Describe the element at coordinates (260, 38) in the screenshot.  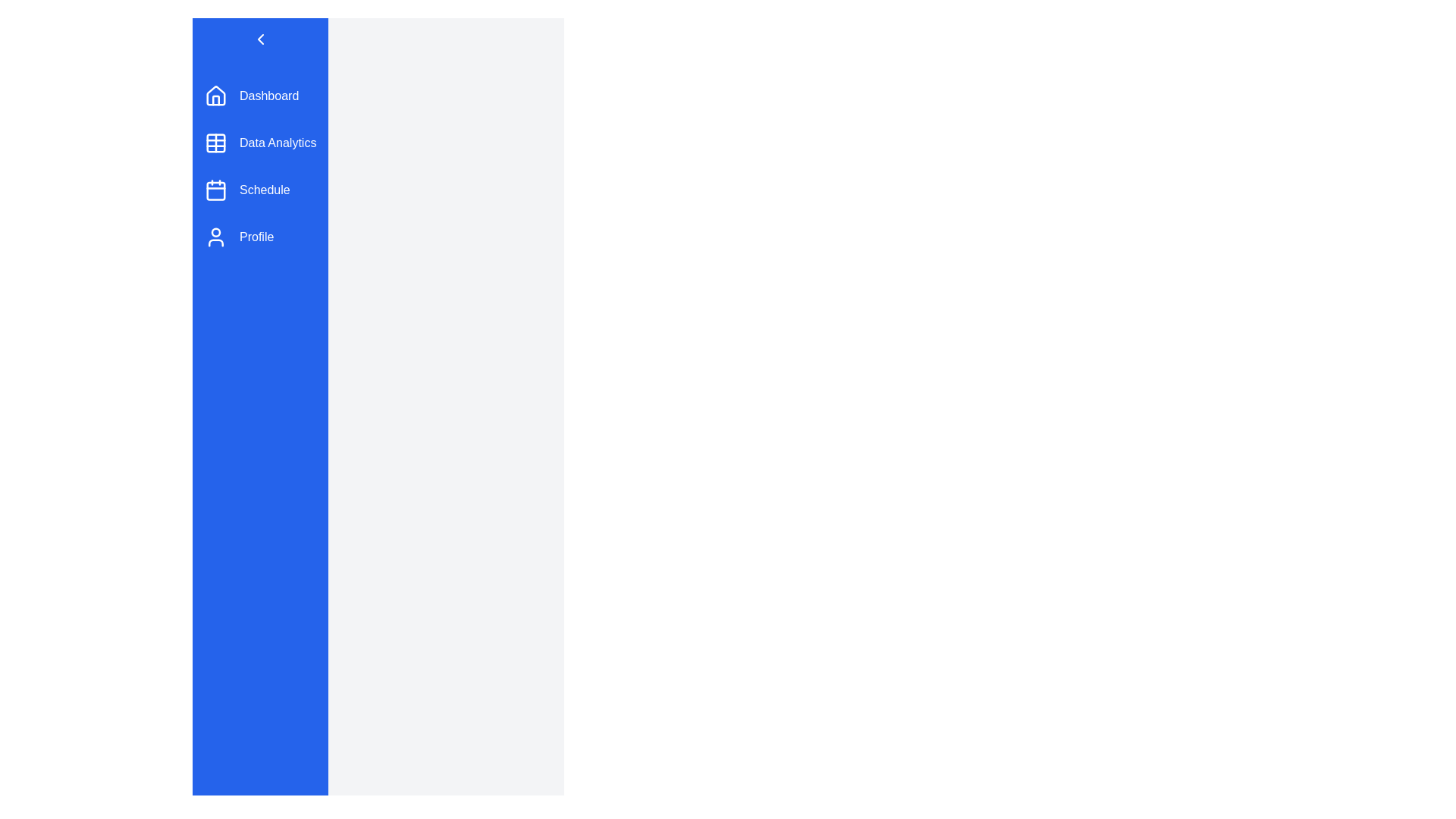
I see `the toggle button to toggle the sidebar menu` at that location.